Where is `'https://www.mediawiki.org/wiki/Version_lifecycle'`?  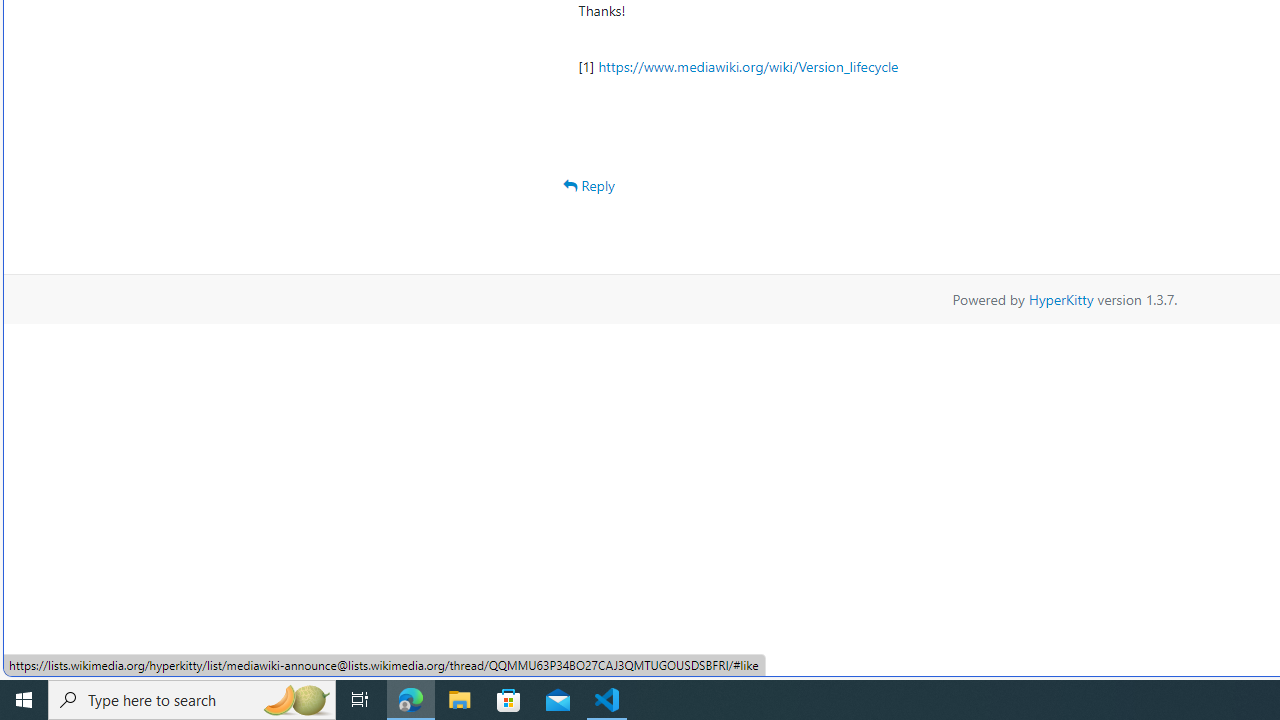
'https://www.mediawiki.org/wiki/Version_lifecycle' is located at coordinates (747, 65).